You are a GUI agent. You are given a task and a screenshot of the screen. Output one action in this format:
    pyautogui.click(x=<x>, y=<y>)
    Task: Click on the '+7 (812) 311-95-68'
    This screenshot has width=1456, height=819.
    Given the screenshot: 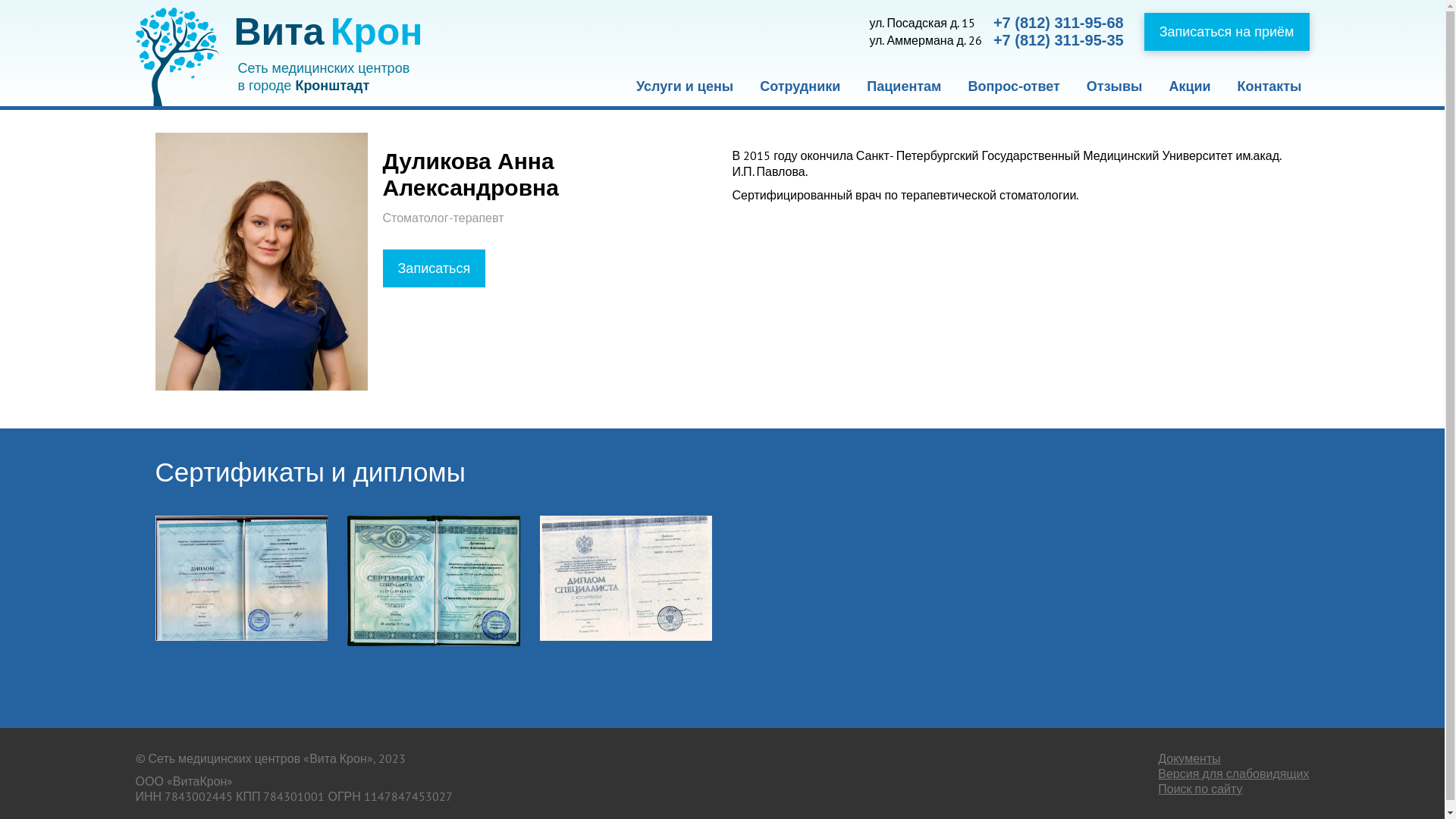 What is the action you would take?
    pyautogui.click(x=1058, y=23)
    